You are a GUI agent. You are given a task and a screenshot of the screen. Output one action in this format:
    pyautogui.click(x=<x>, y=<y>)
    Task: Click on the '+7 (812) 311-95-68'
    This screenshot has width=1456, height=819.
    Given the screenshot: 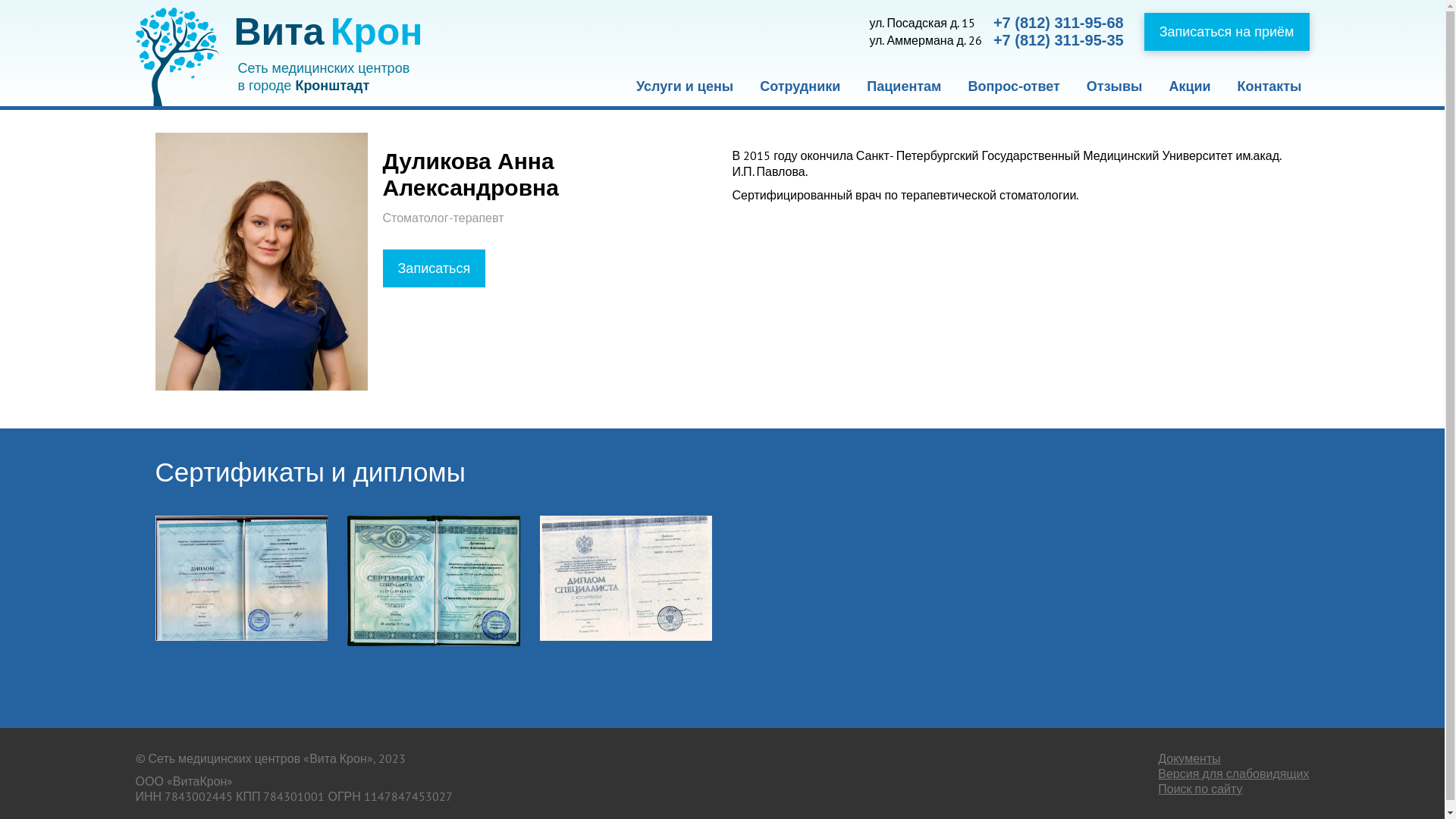 What is the action you would take?
    pyautogui.click(x=1058, y=23)
    